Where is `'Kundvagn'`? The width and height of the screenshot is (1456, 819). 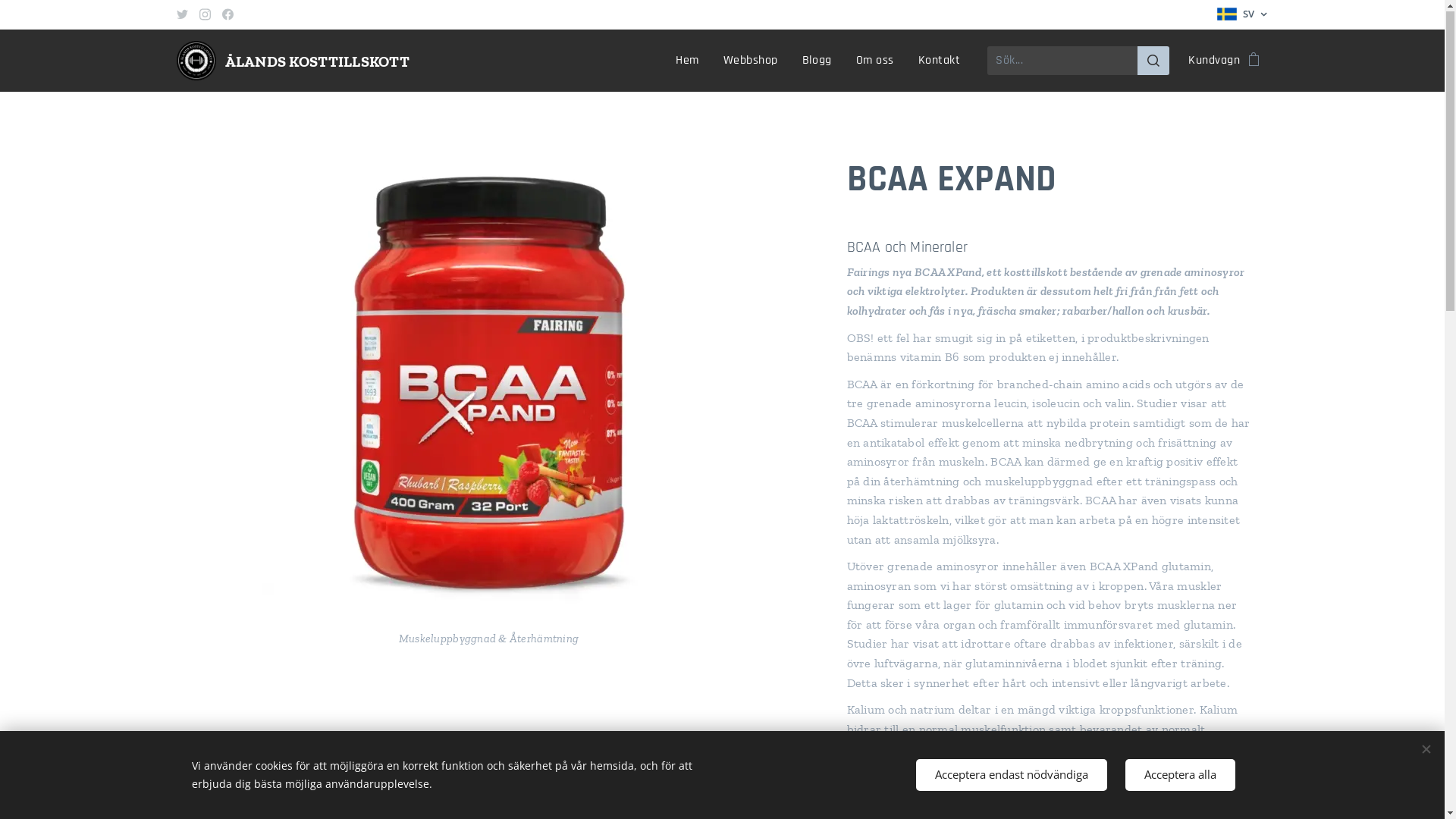
'Kundvagn' is located at coordinates (1219, 61).